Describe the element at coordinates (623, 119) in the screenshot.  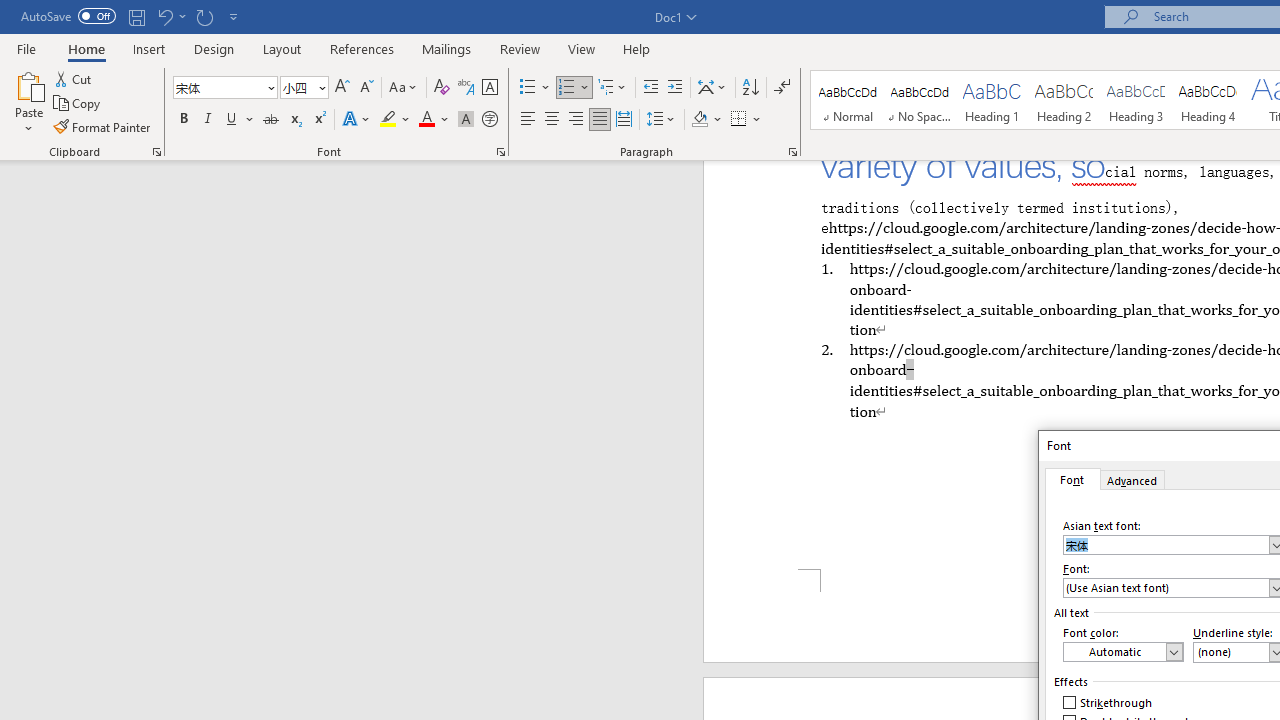
I see `'Distributed'` at that location.